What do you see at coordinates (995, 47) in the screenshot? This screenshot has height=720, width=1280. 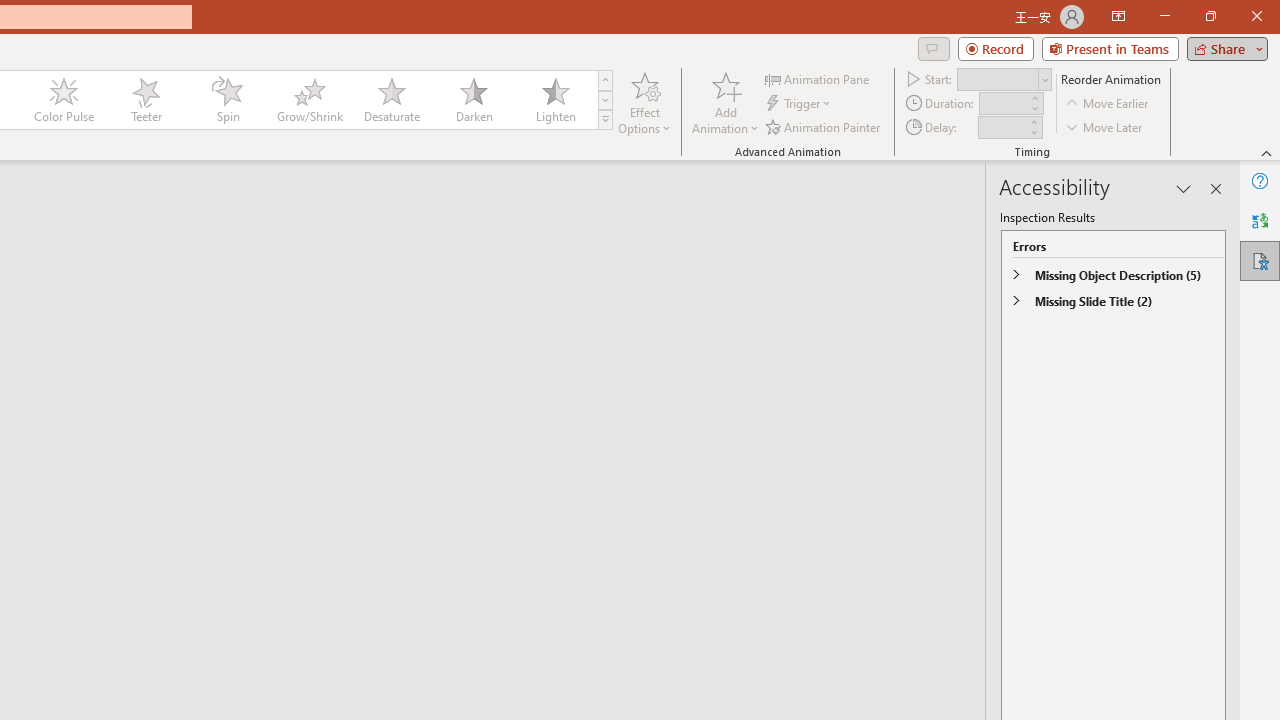 I see `'Record'` at bounding box center [995, 47].